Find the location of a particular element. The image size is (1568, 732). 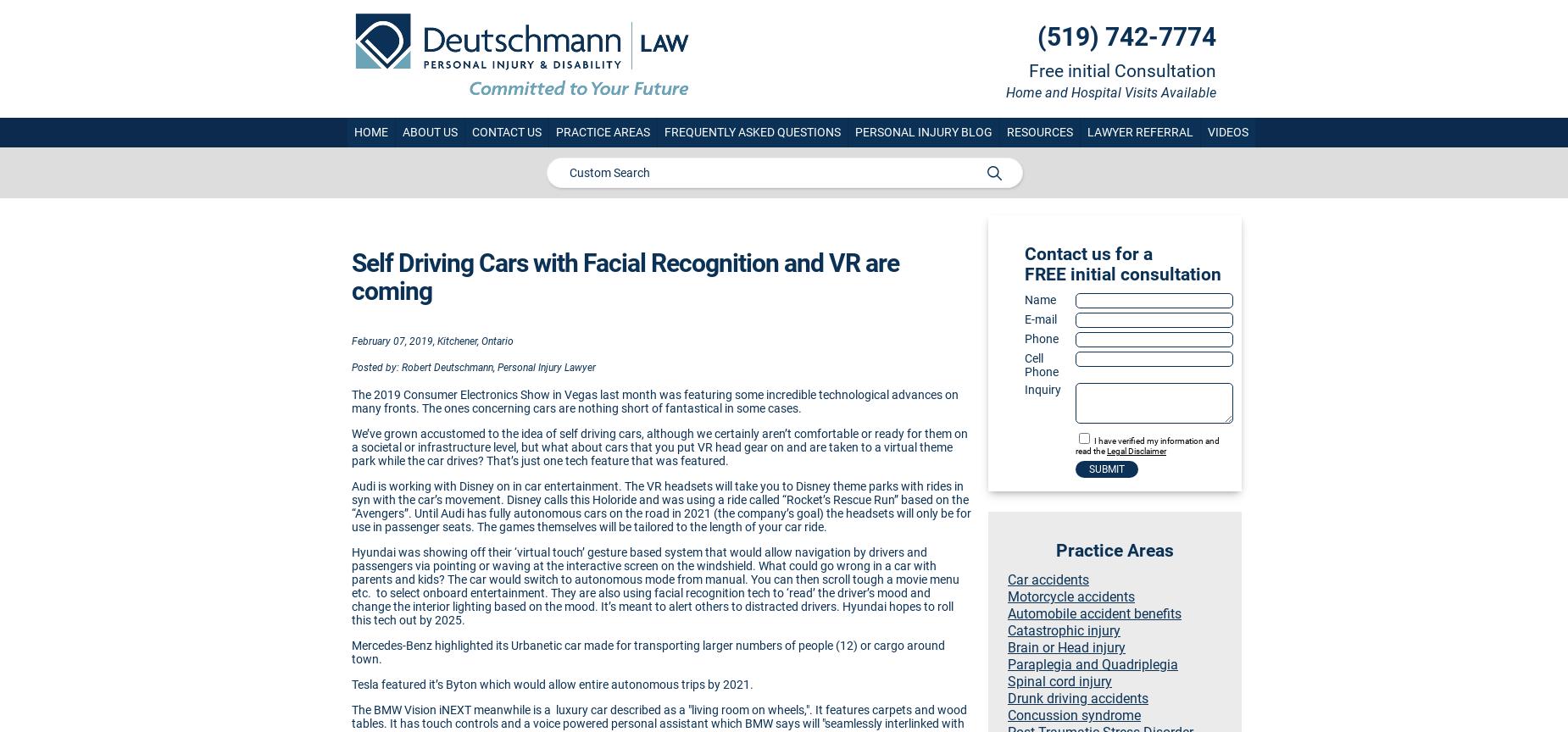

'Cell Phone' is located at coordinates (1040, 363).